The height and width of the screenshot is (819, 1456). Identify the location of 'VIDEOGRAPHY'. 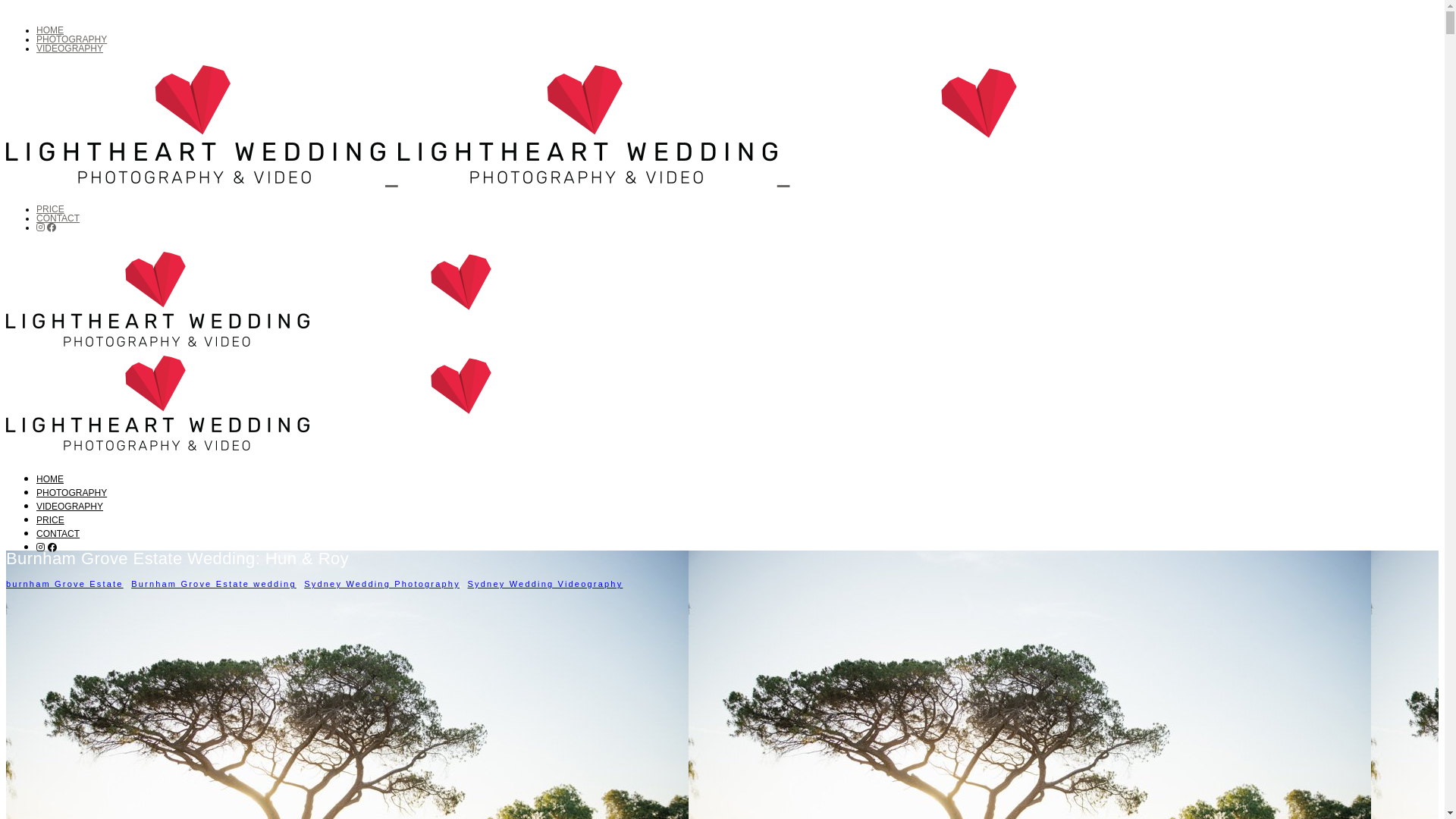
(36, 506).